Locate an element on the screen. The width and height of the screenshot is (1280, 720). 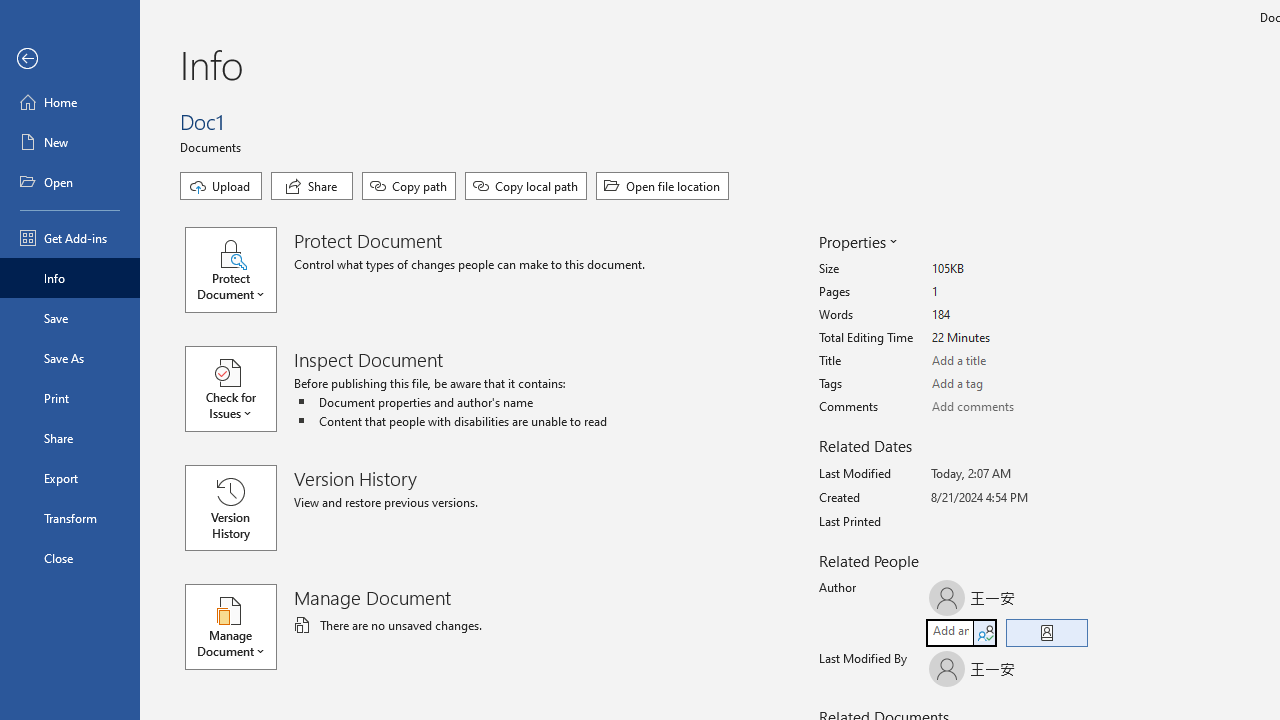
'Title' is located at coordinates (1006, 361).